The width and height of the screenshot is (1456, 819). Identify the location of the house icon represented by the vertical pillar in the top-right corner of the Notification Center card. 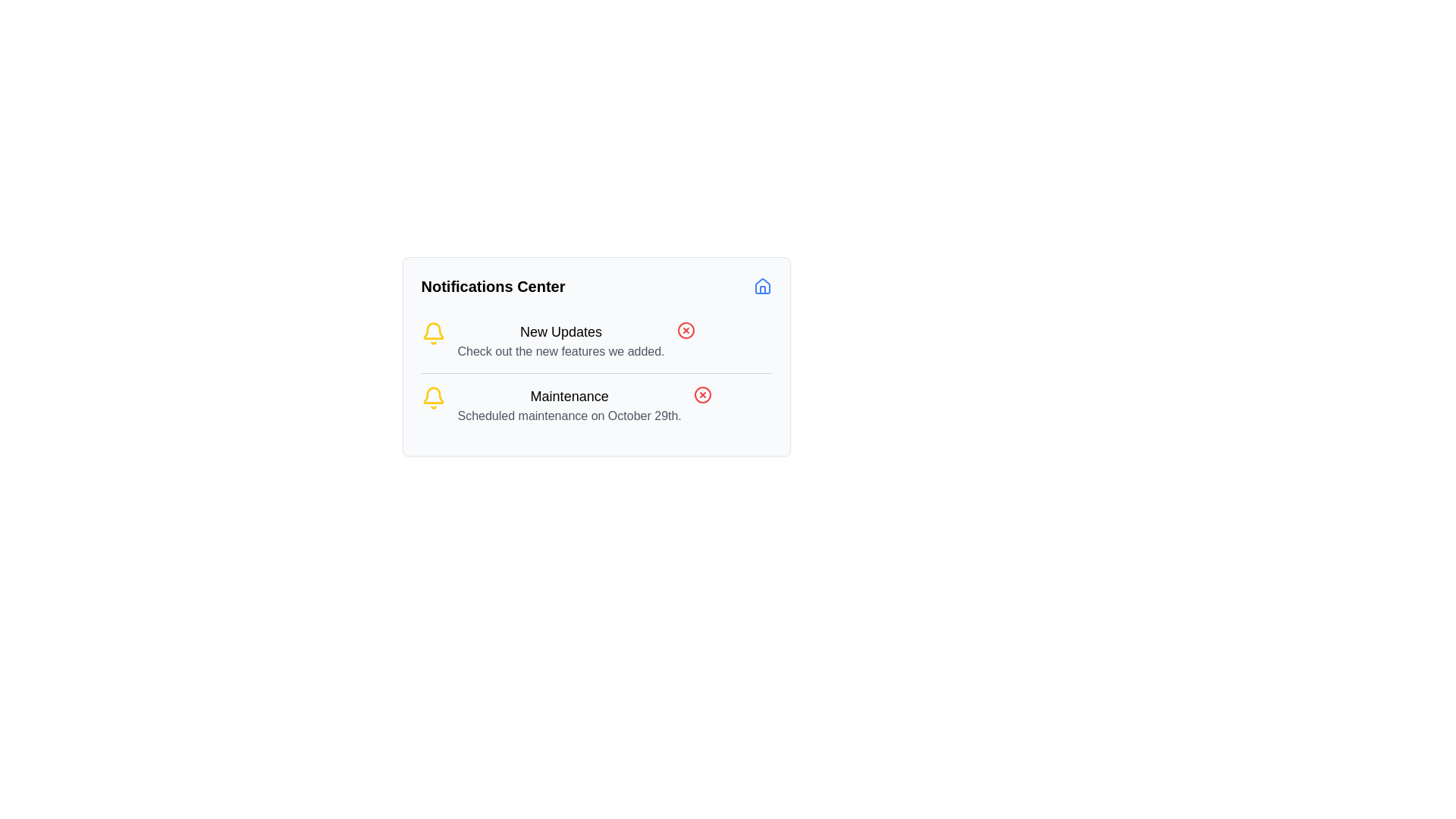
(762, 290).